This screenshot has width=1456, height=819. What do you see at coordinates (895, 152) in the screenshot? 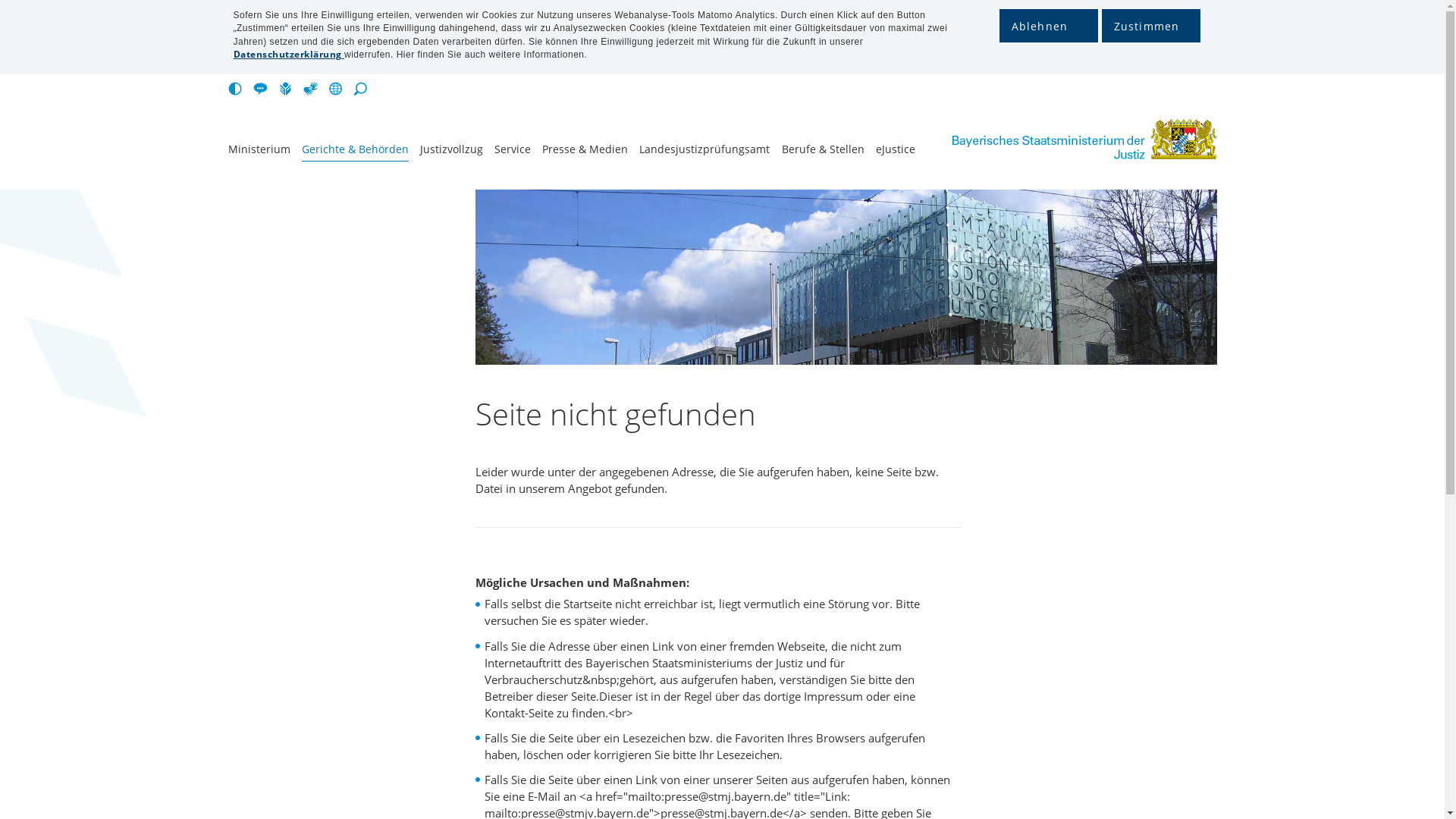
I see `'eJustice'` at bounding box center [895, 152].